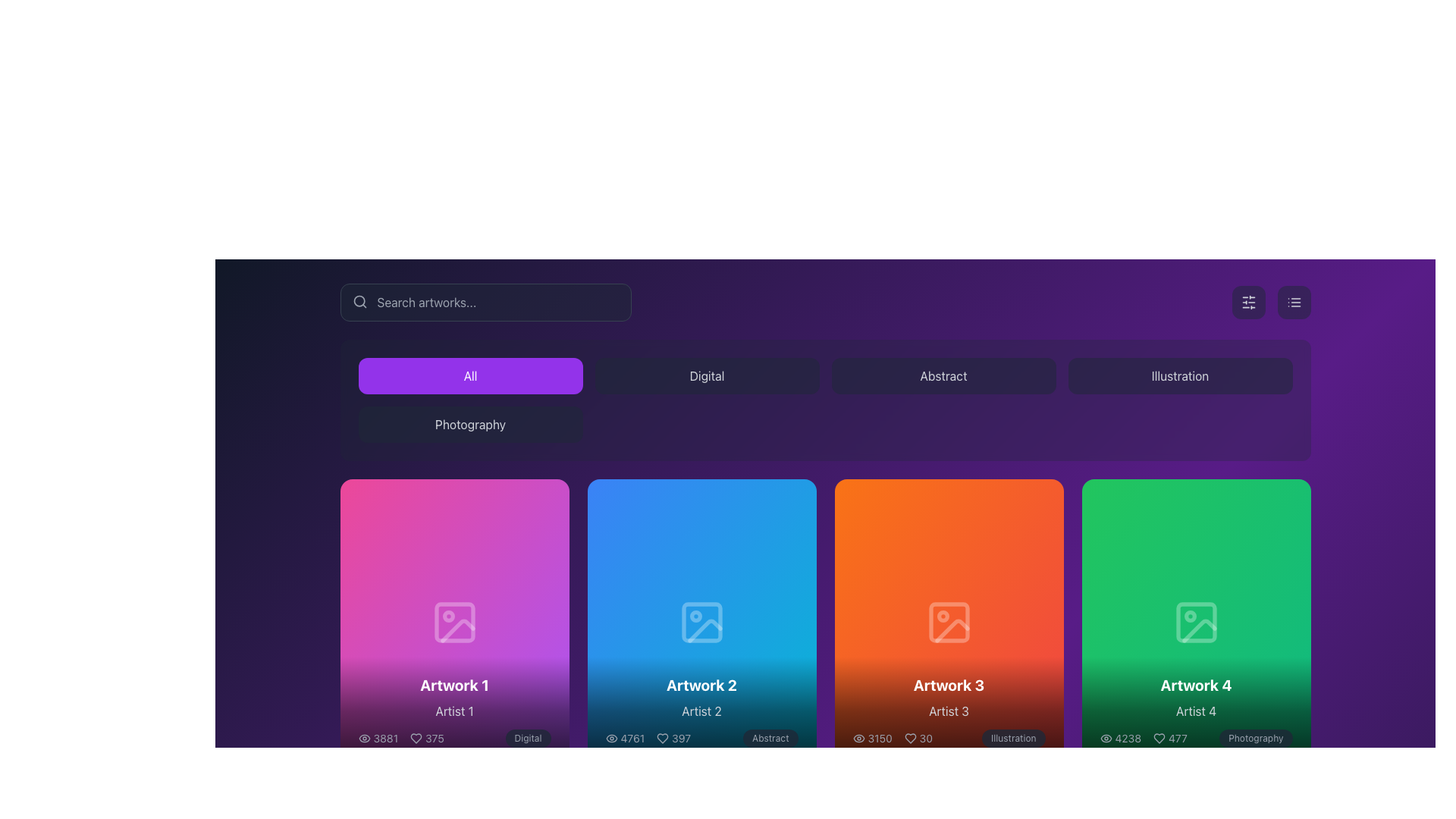  I want to click on the second button in the top-right corner of the interface, so click(1293, 302).